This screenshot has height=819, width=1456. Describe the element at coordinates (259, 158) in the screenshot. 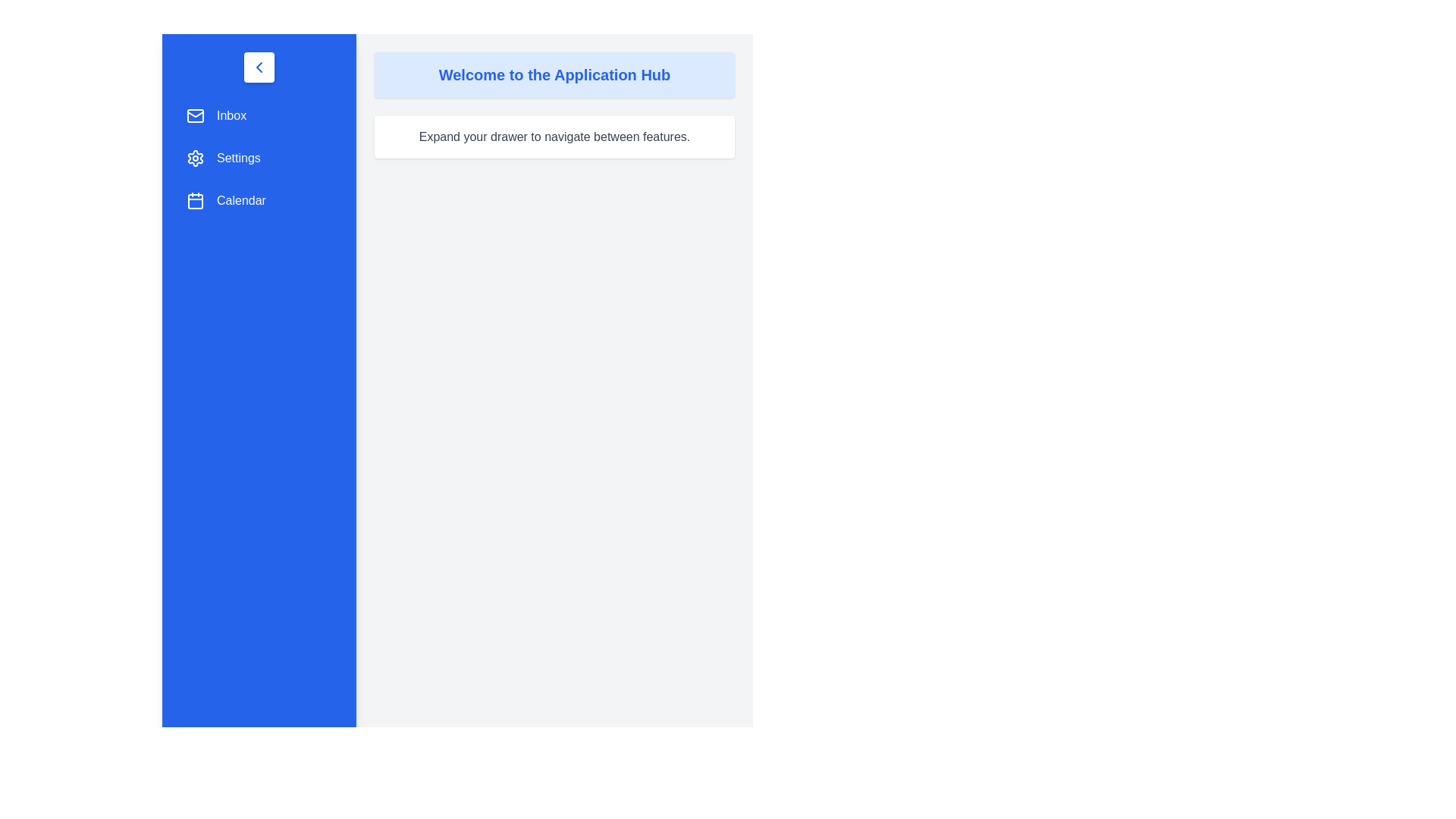

I see `the menu item 'Settings' to see the hover effect` at that location.